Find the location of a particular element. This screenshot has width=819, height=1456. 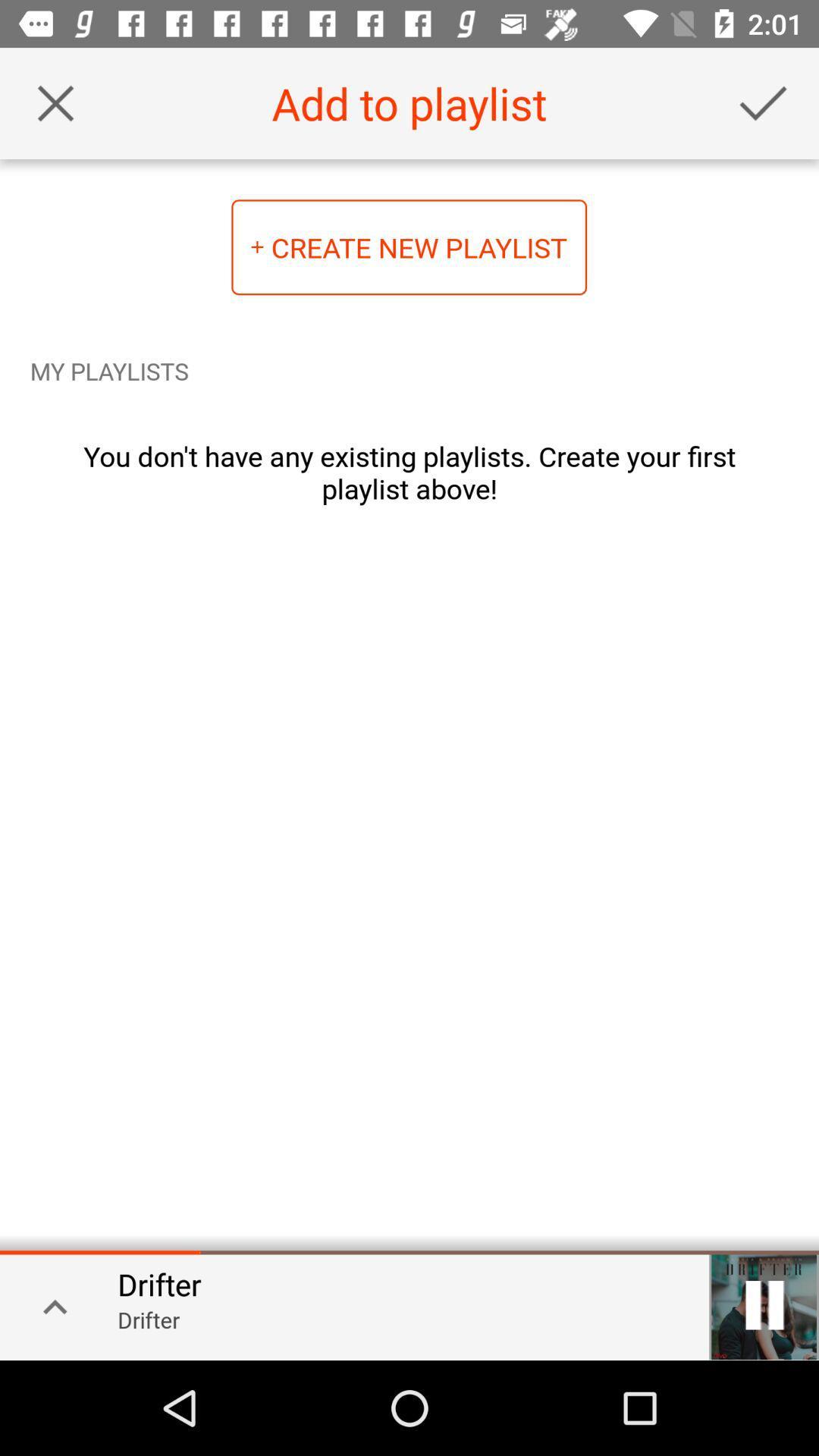

the pause icon is located at coordinates (764, 1304).